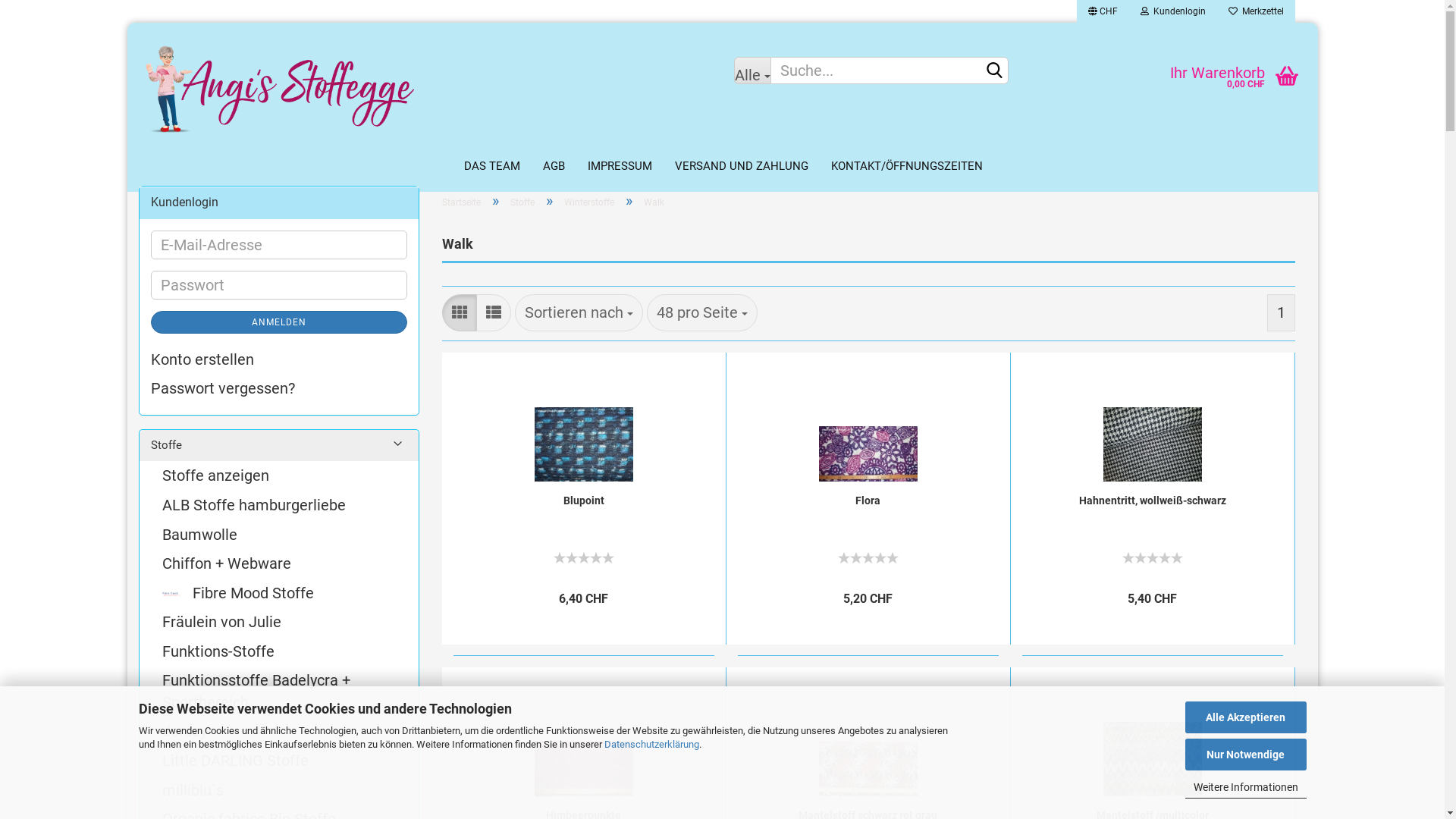  I want to click on '48 pro Seite', so click(701, 312).